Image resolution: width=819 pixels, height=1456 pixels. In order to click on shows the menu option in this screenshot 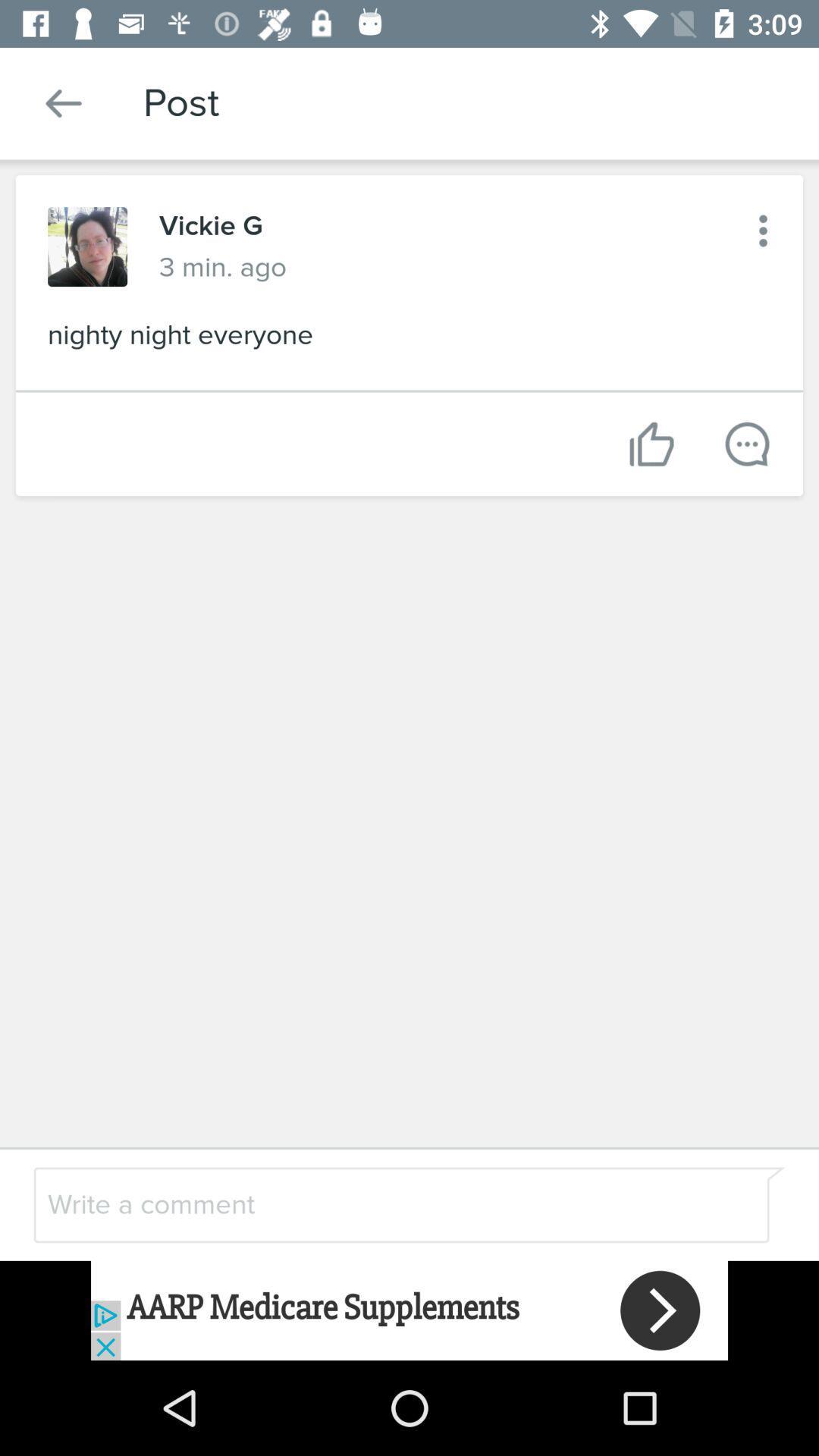, I will do `click(763, 230)`.